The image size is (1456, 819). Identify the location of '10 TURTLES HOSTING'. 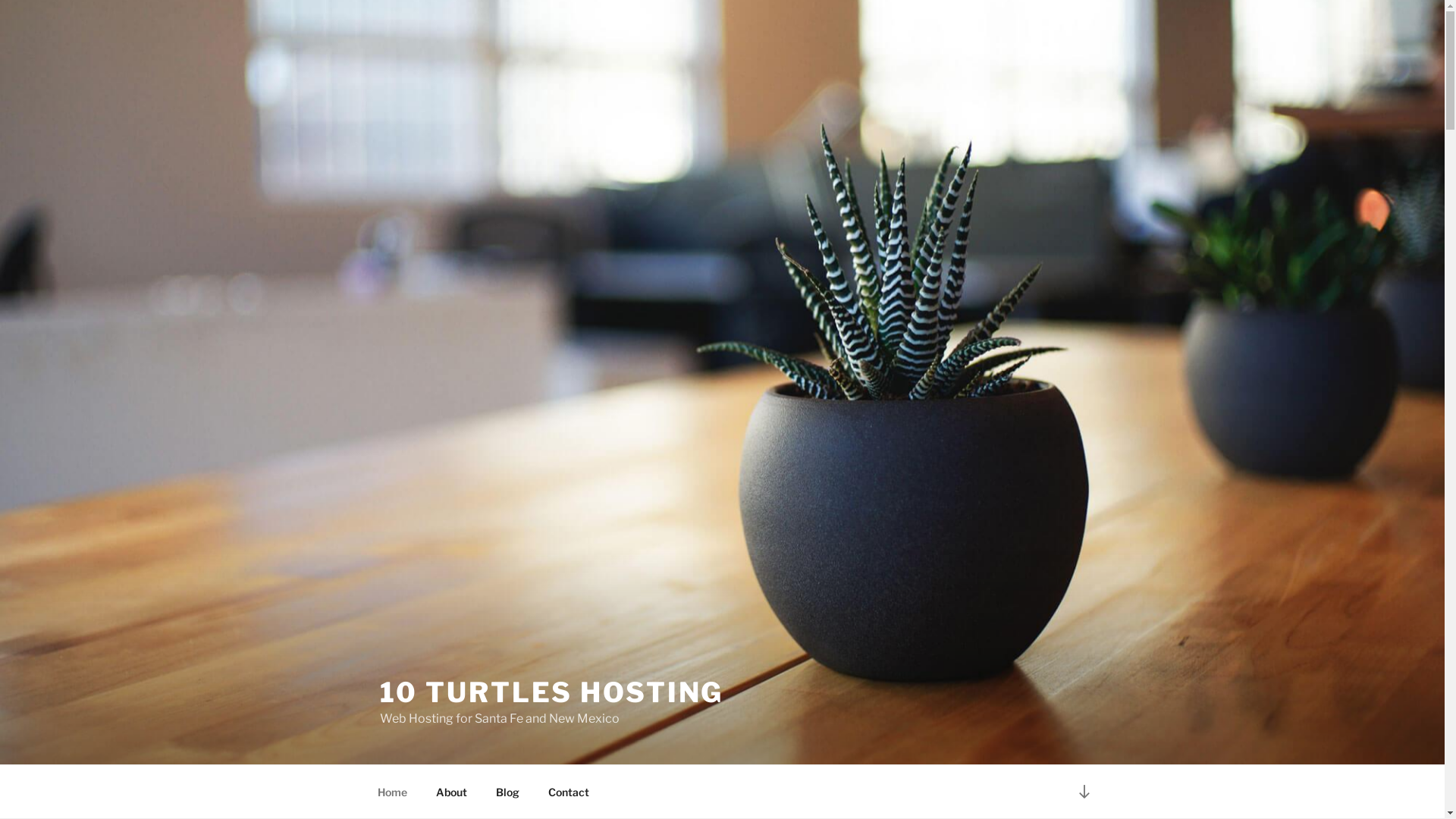
(550, 692).